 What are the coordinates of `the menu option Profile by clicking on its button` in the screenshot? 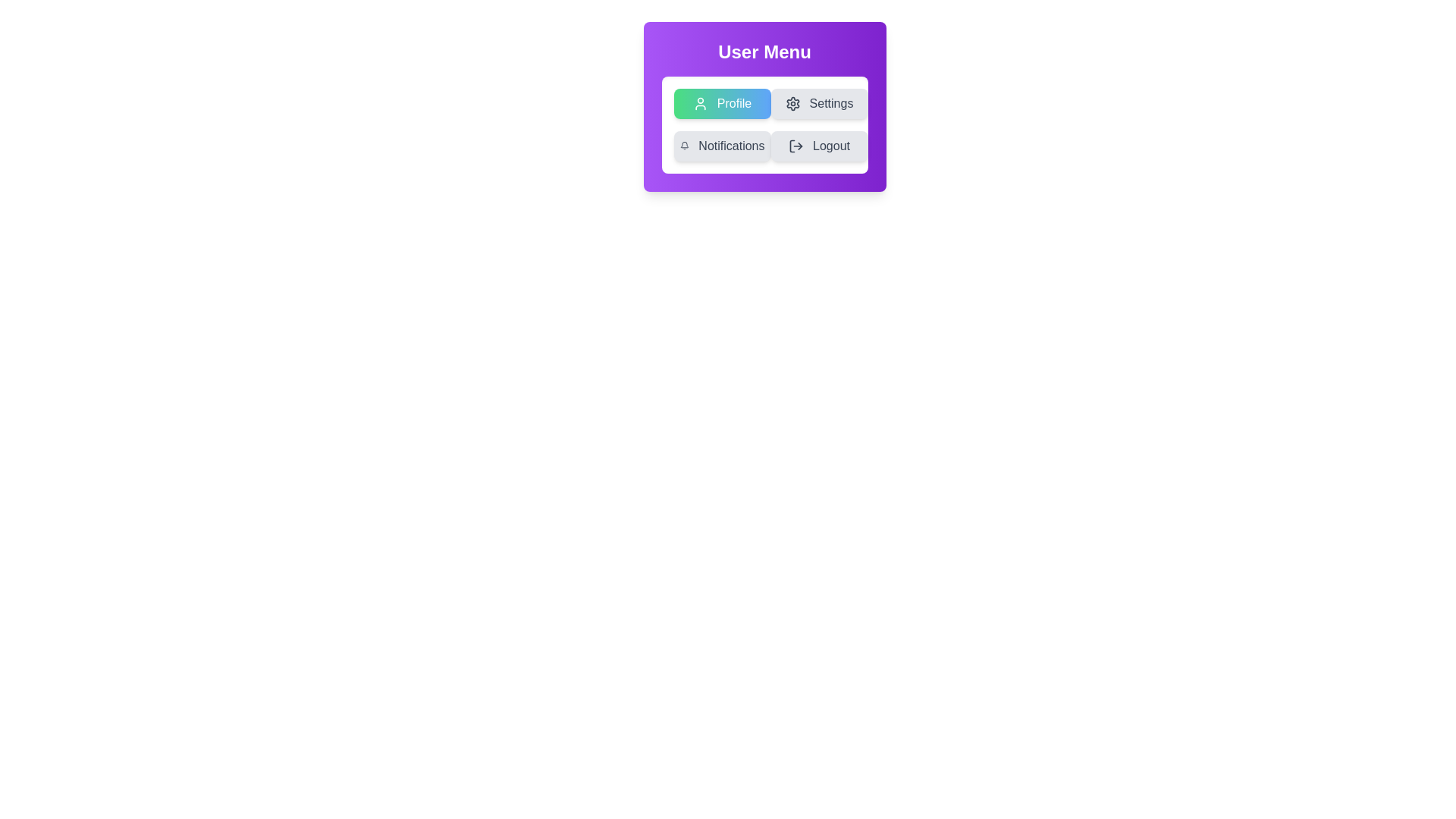 It's located at (721, 103).